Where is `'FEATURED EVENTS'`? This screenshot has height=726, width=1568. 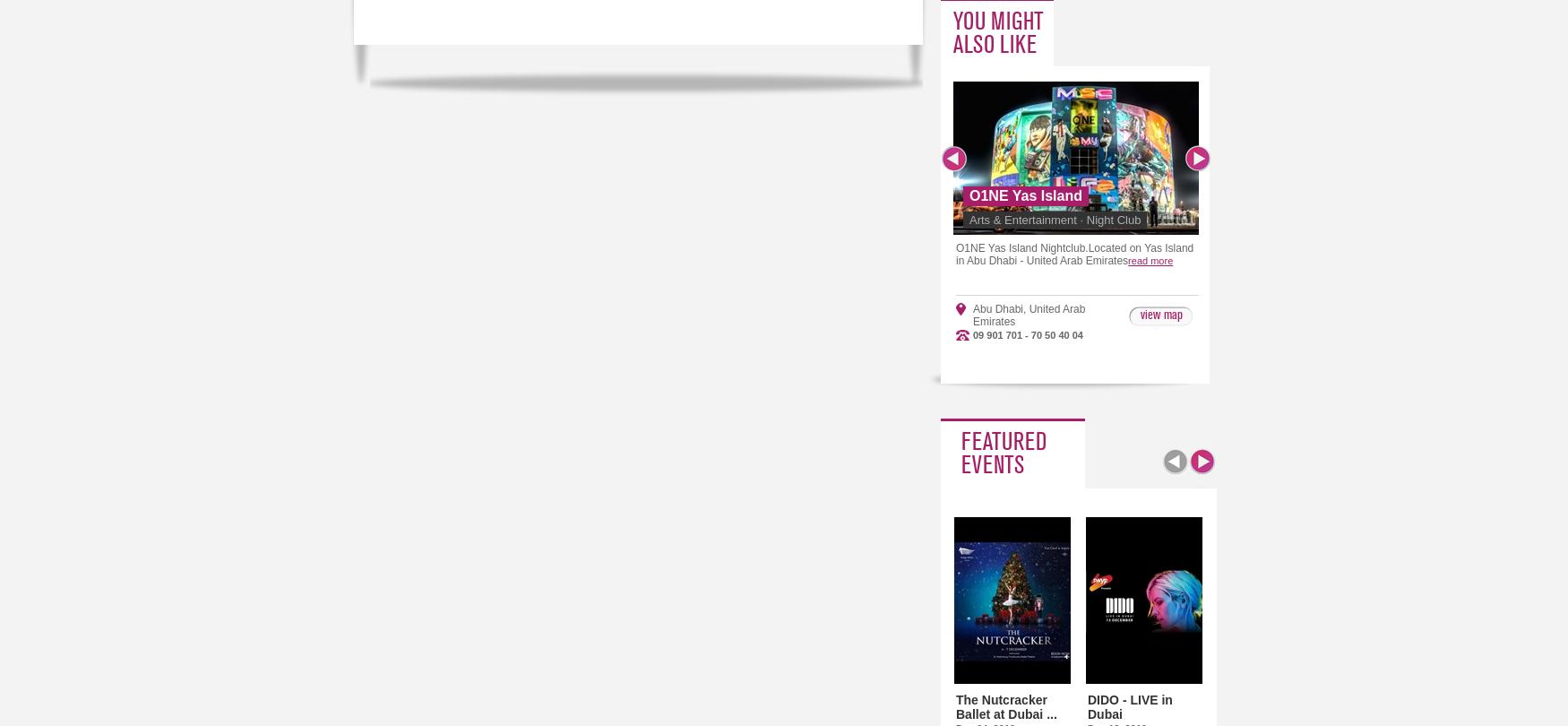 'FEATURED EVENTS' is located at coordinates (1004, 454).